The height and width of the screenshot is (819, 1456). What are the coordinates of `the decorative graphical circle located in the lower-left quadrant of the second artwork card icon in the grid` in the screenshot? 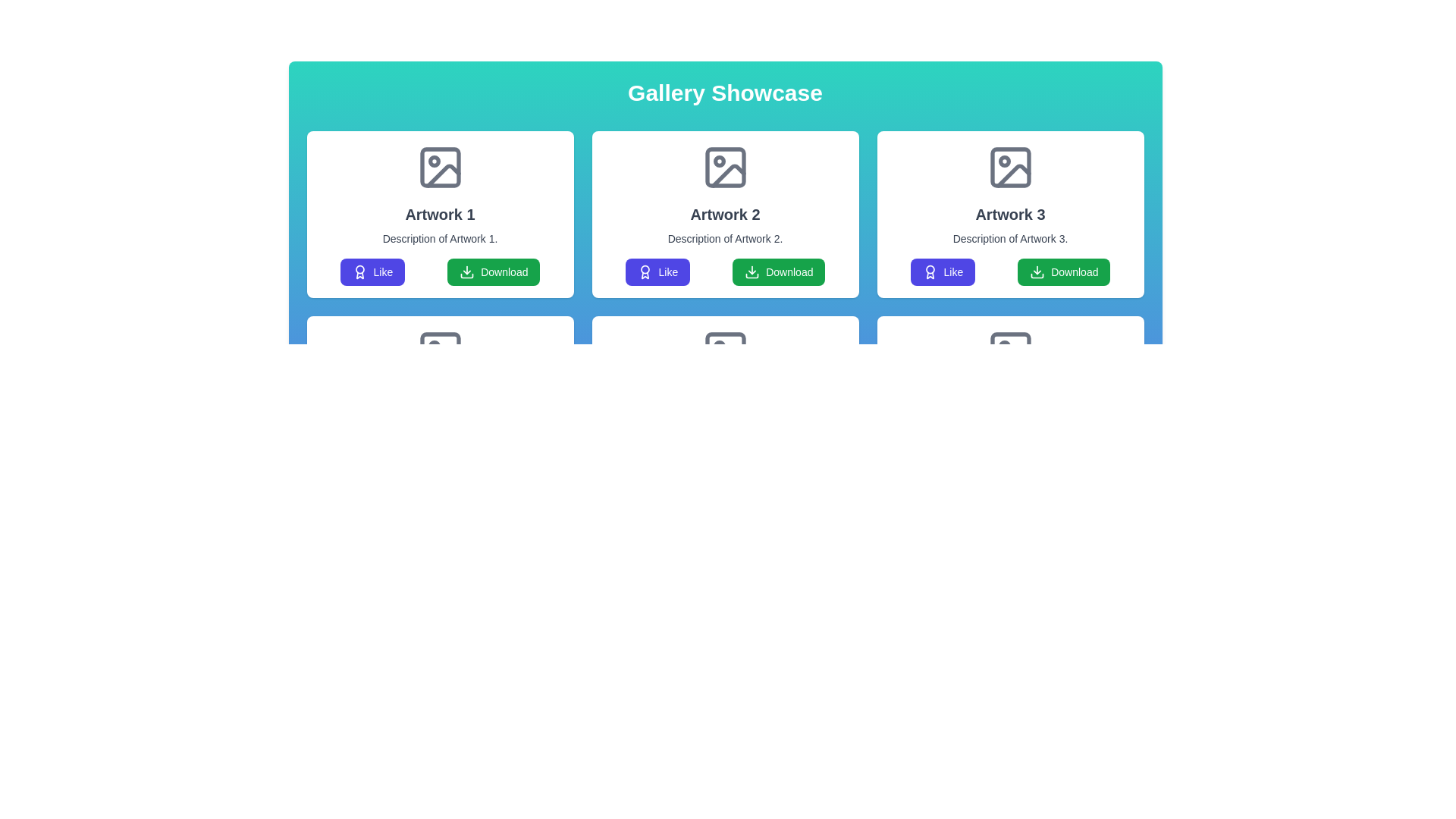 It's located at (433, 346).